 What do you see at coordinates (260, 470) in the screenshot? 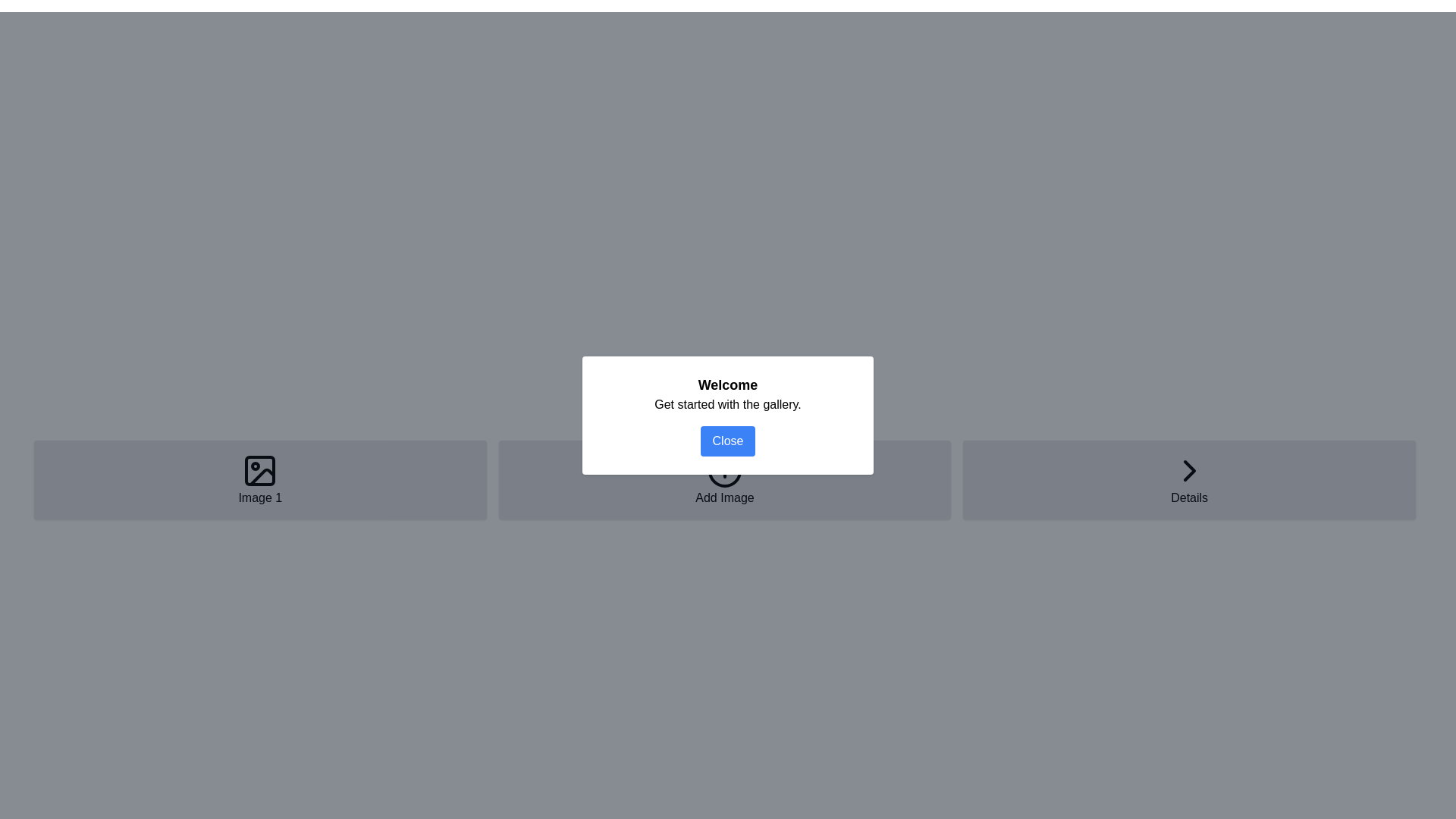
I see `the icon representing an image placeholder, which is located in the center rectangle above the text labeled 'Image 1'` at bounding box center [260, 470].